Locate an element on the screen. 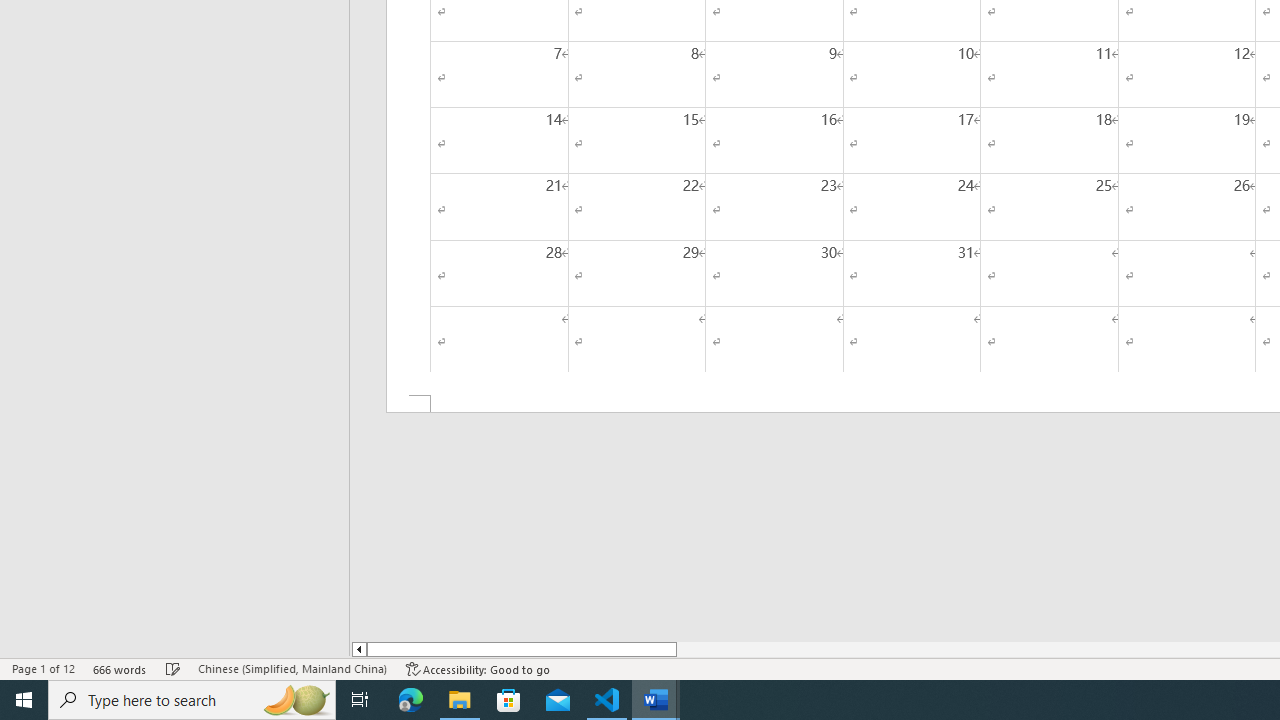 This screenshot has width=1280, height=720. 'Spelling and Grammar Check Checking' is located at coordinates (173, 669).